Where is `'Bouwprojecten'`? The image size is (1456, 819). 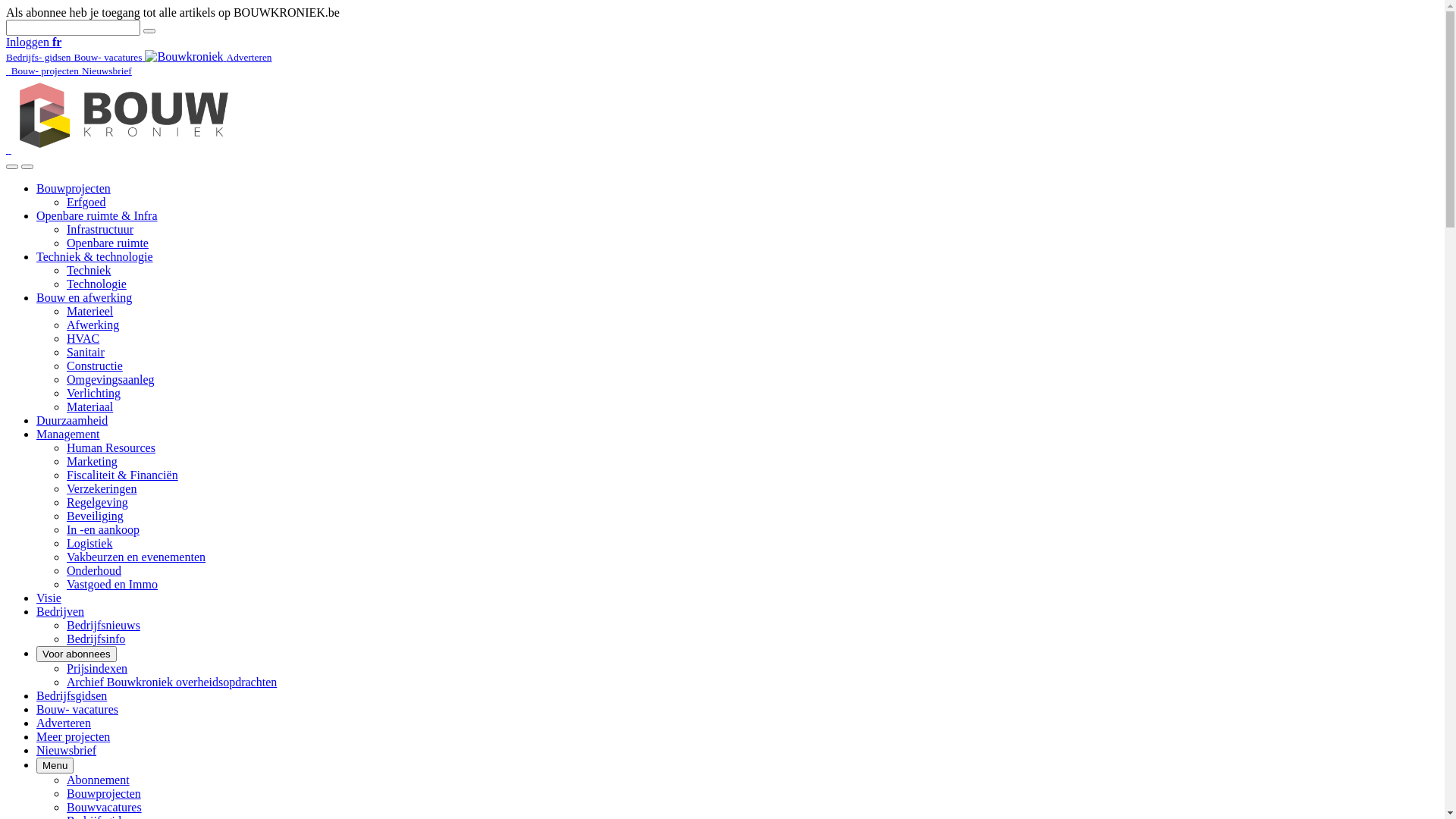 'Bouwprojecten' is located at coordinates (72, 187).